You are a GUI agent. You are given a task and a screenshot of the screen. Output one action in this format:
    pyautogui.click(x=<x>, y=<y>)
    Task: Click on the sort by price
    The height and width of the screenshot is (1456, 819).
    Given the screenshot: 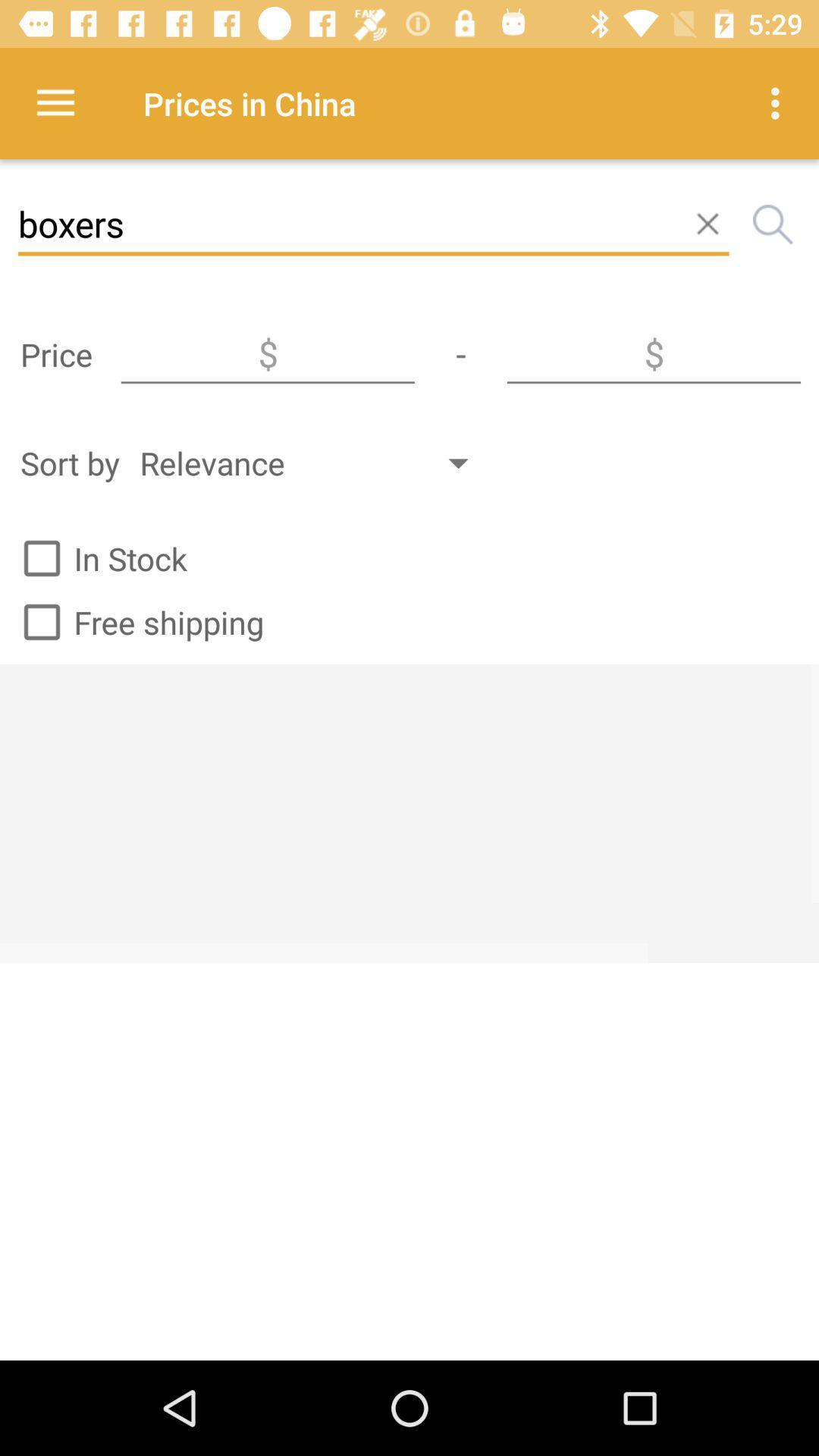 What is the action you would take?
    pyautogui.click(x=267, y=353)
    